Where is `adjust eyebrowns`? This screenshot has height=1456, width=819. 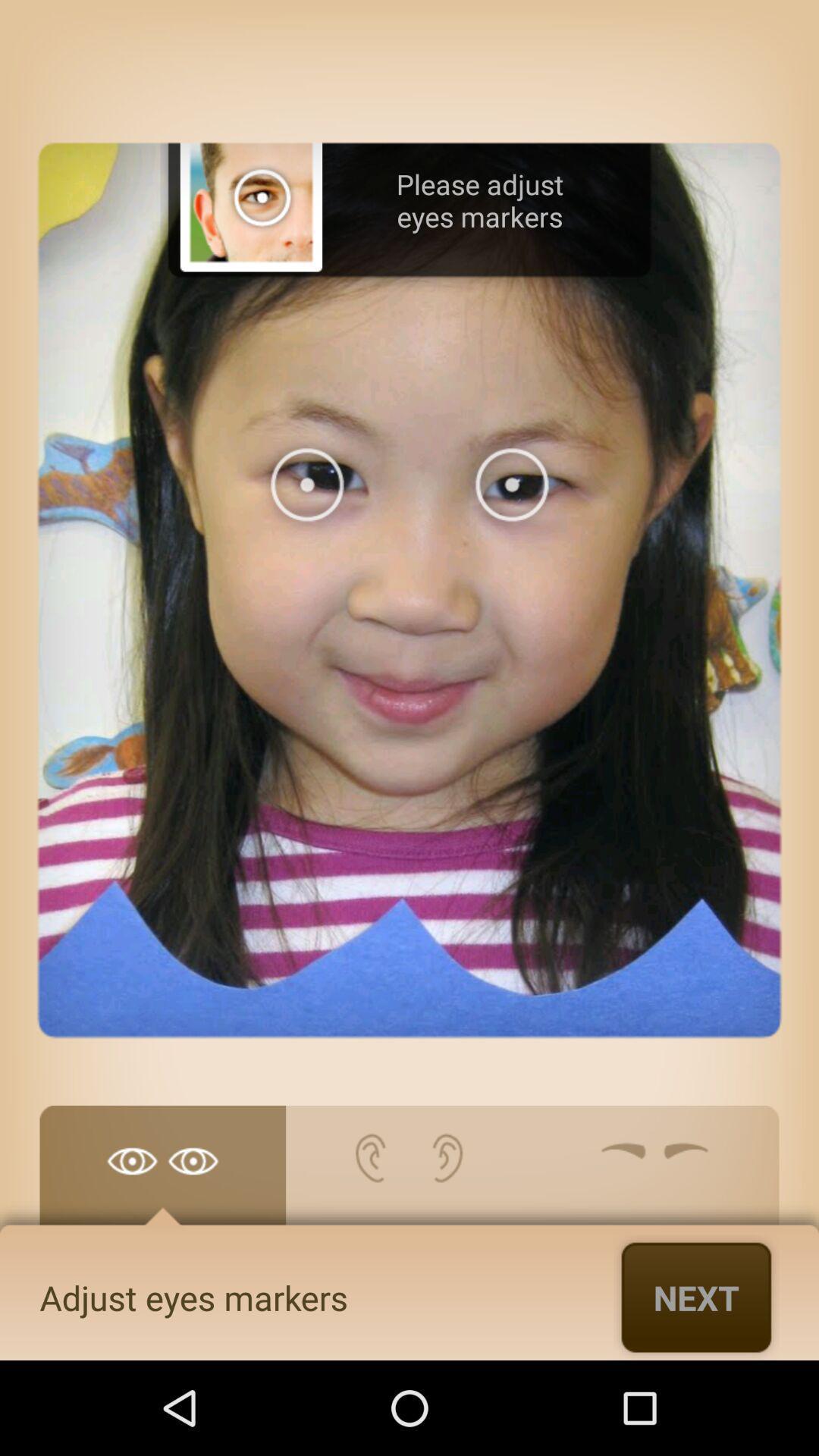 adjust eyebrowns is located at coordinates (654, 1172).